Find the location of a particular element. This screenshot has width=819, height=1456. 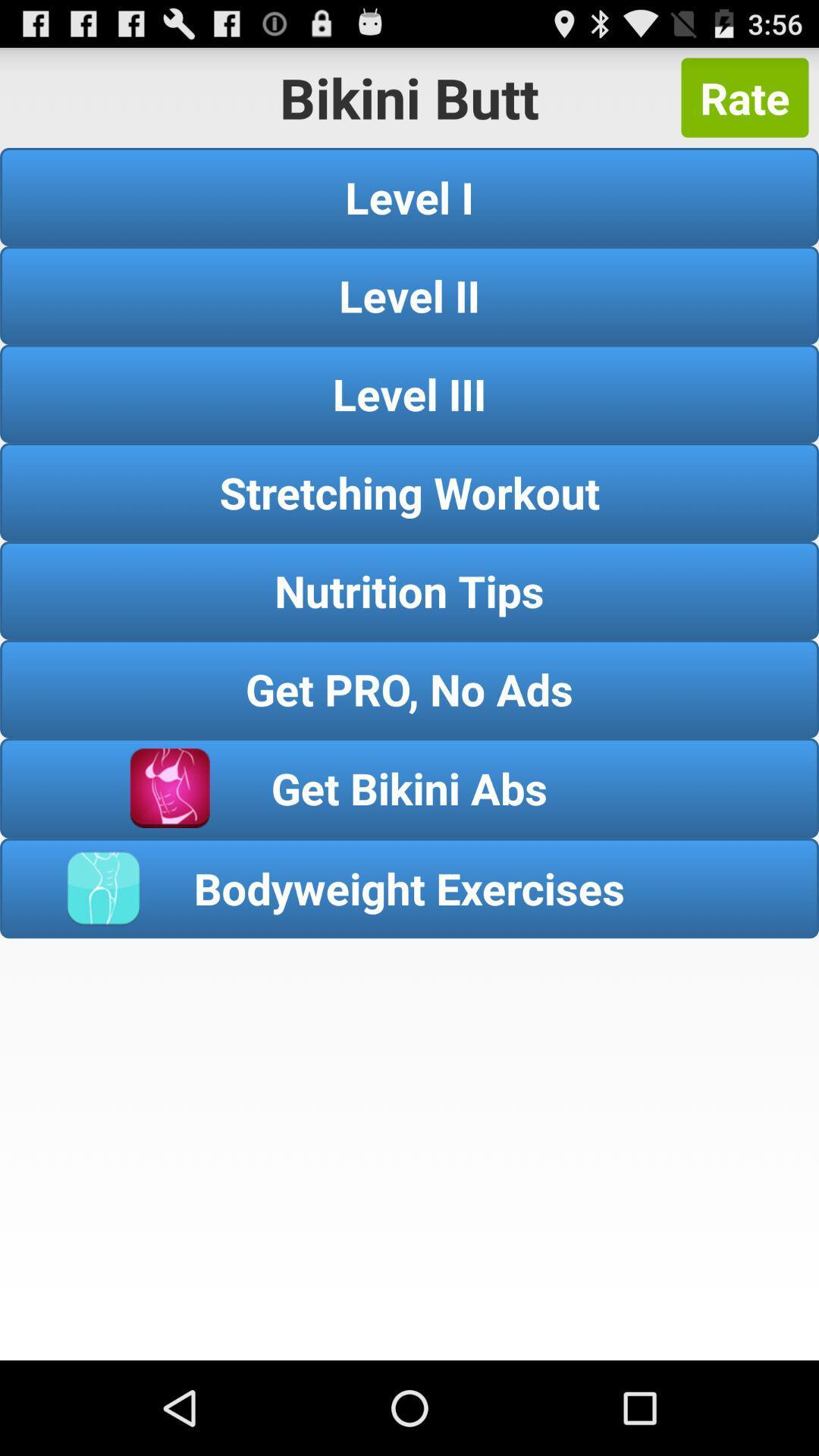

item above the level i item is located at coordinates (744, 97).